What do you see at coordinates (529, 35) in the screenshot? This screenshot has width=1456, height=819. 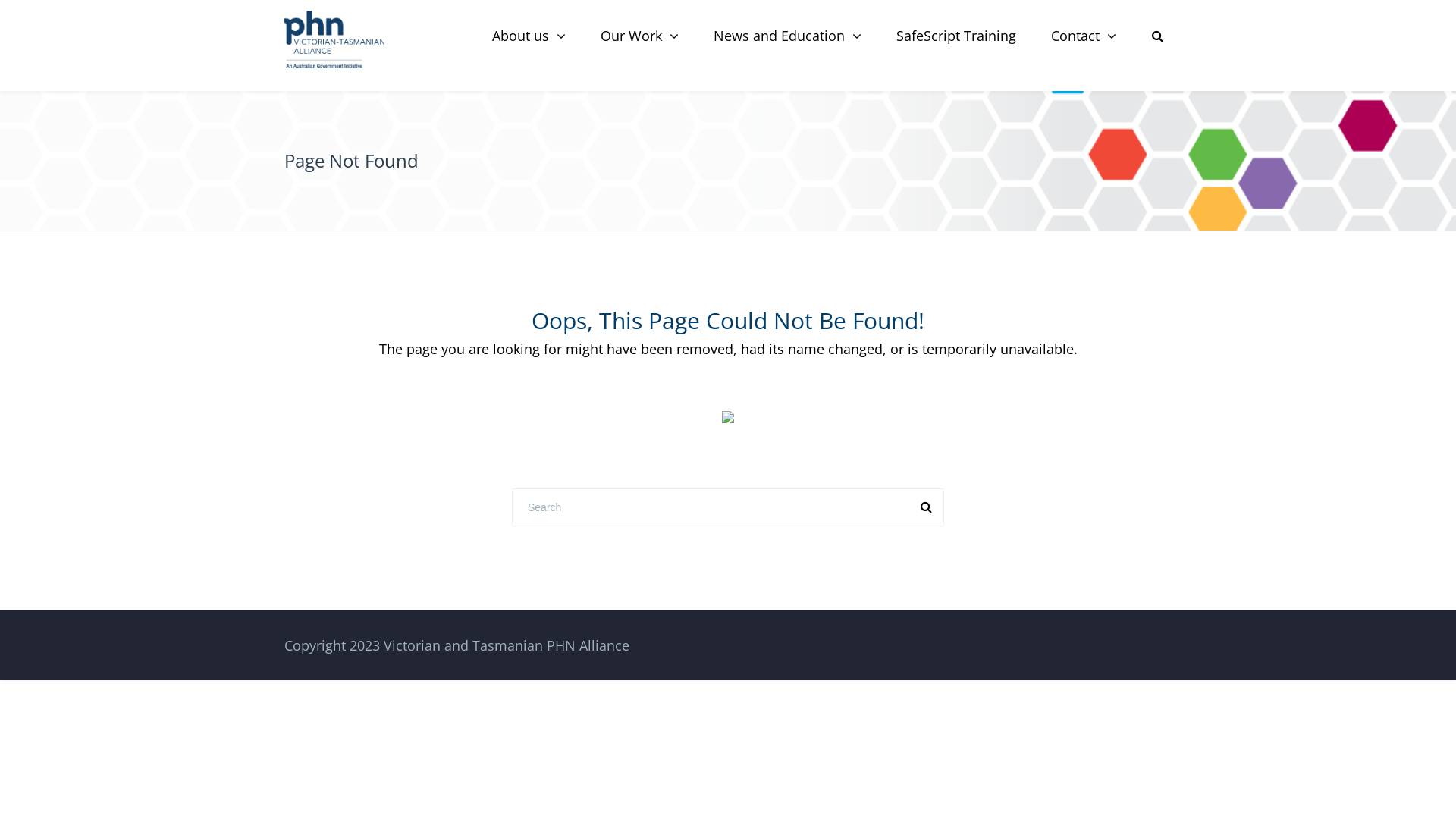 I see `'About us'` at bounding box center [529, 35].